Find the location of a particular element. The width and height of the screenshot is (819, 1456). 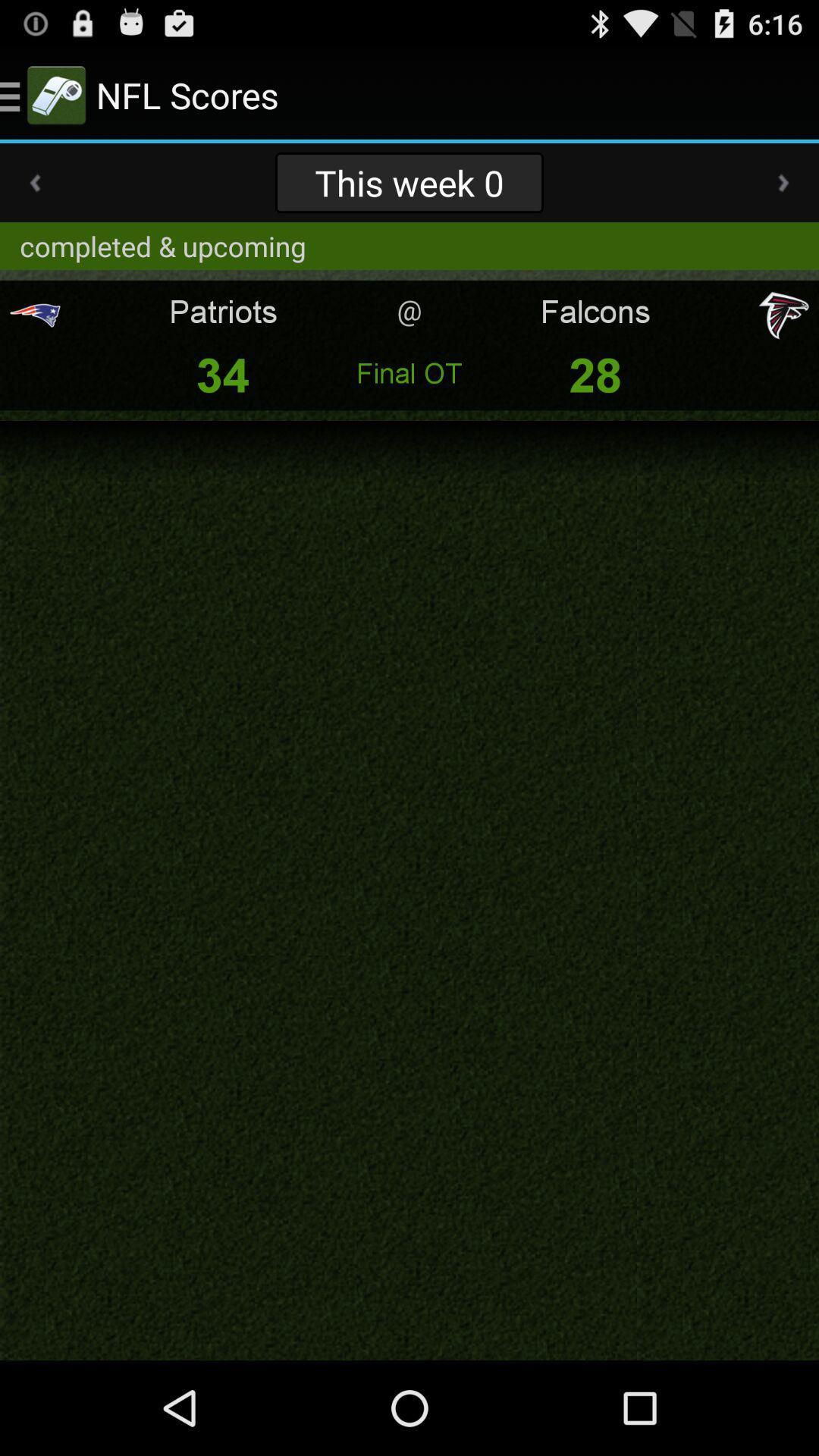

this week 0 app is located at coordinates (409, 182).